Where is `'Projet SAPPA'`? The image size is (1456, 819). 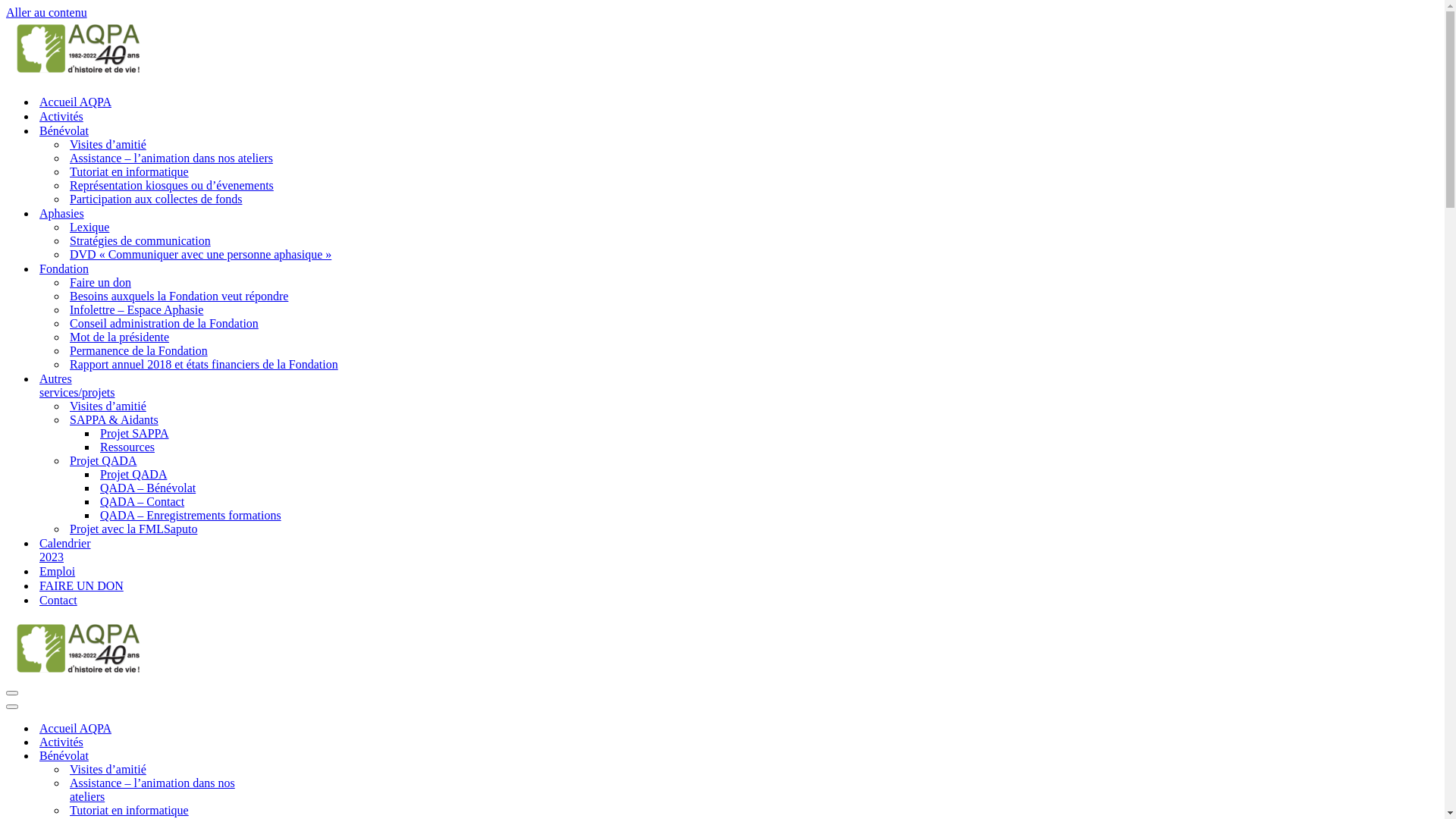
'Projet SAPPA' is located at coordinates (134, 433).